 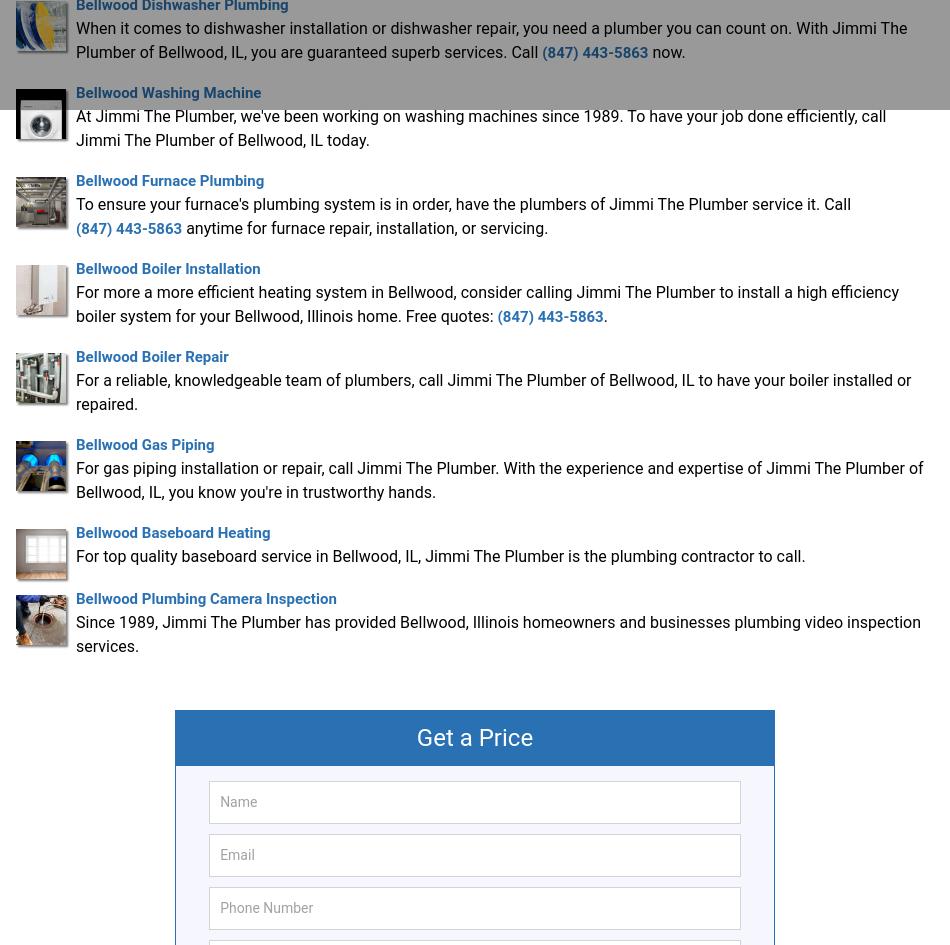 I want to click on 'now.', so click(x=647, y=51).